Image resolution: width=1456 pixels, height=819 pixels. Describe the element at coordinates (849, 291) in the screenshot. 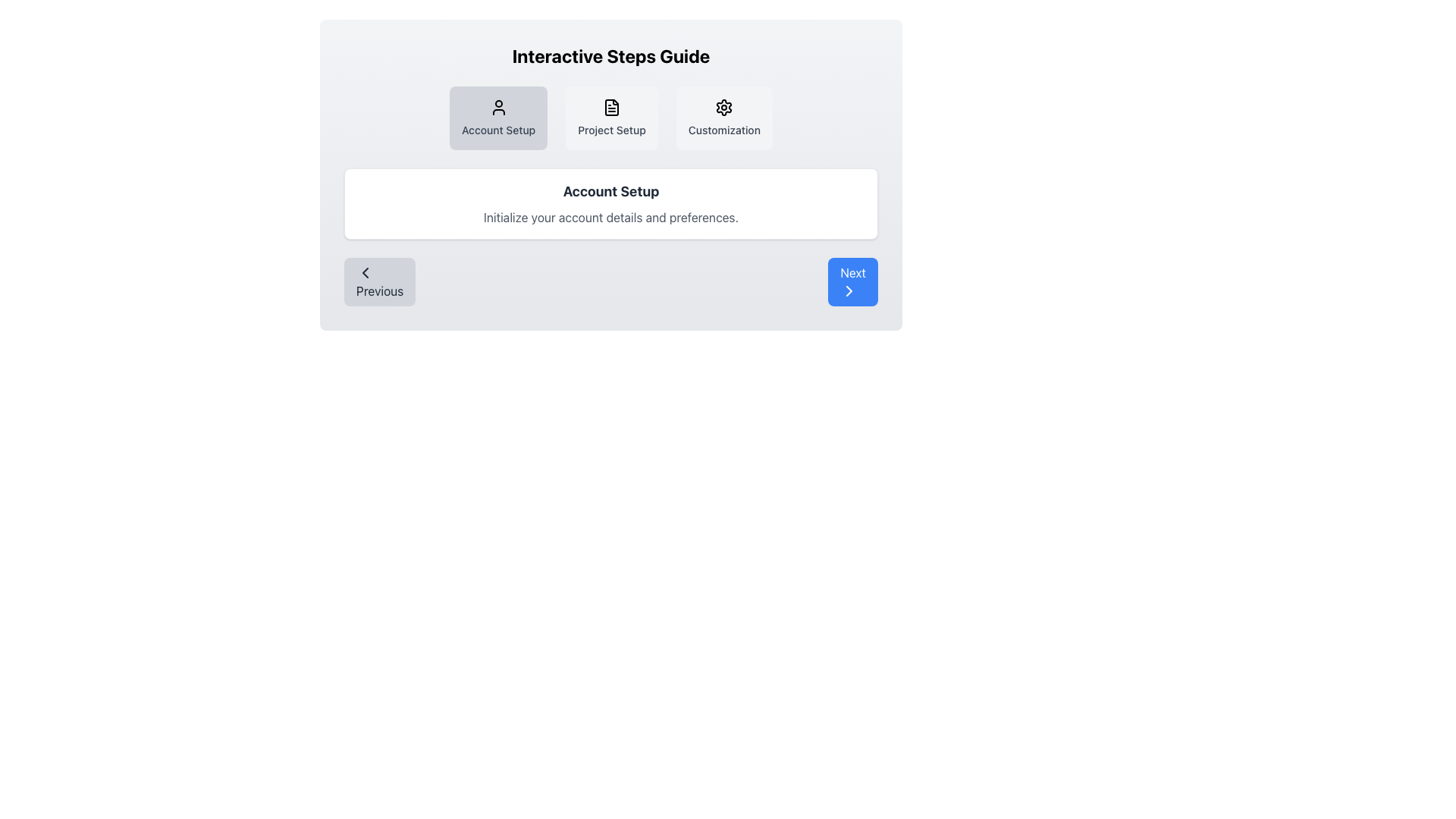

I see `the chevron icon within the blue 'Next' button located at the bottom-right corner of the interface` at that location.